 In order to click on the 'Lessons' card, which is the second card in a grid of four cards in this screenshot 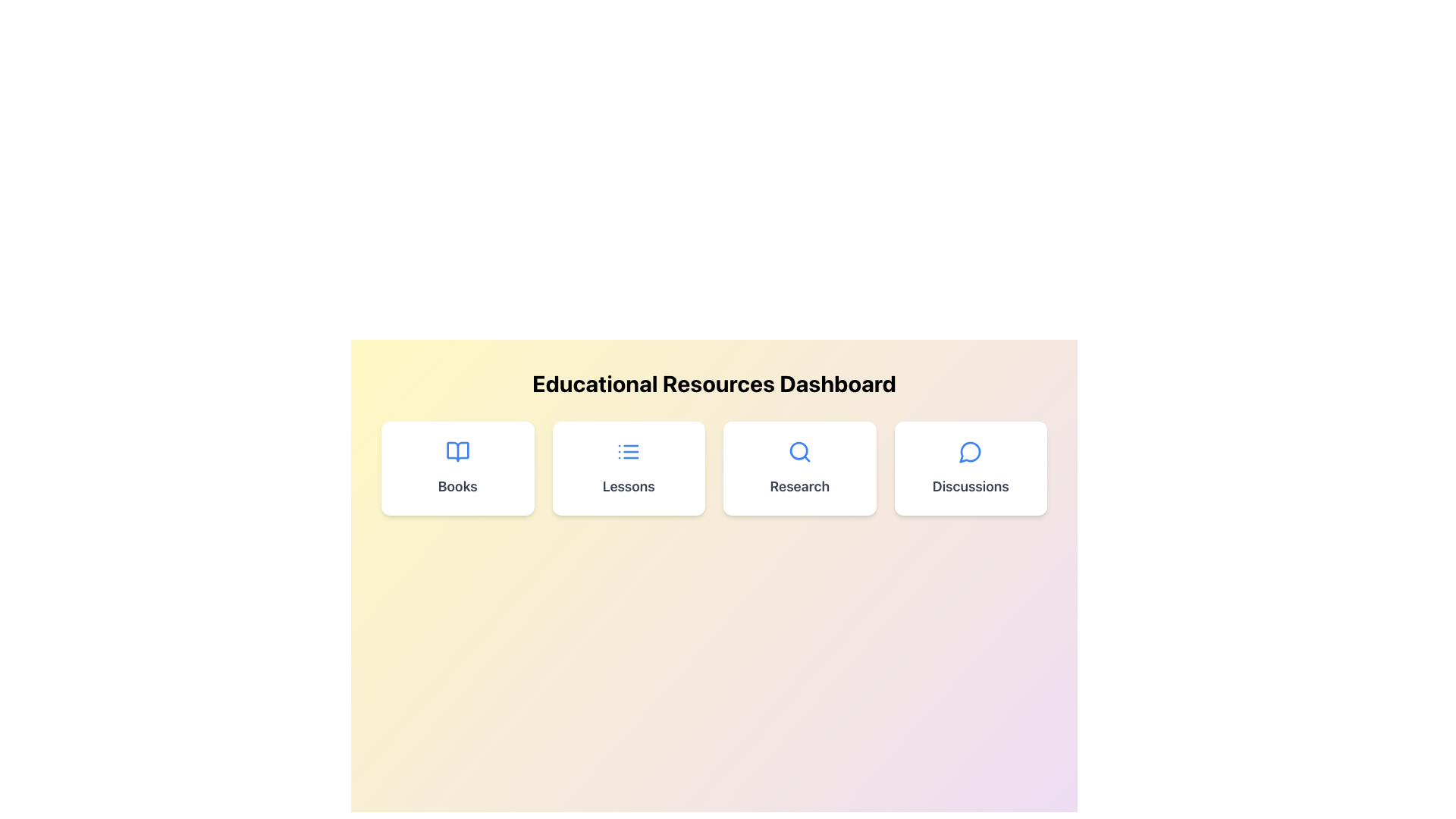, I will do `click(629, 467)`.